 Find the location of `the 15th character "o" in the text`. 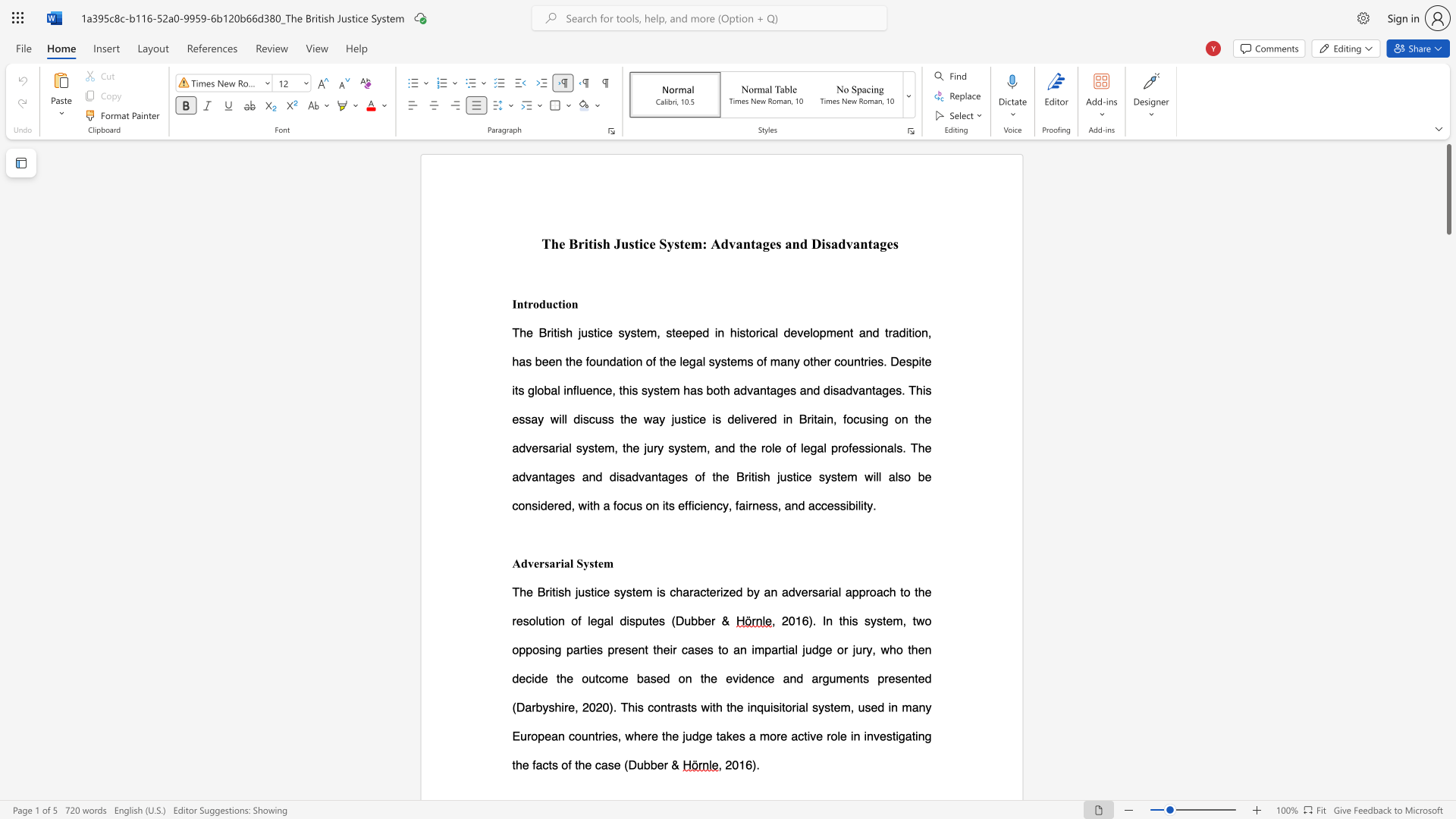

the 15th character "o" in the text is located at coordinates (789, 447).